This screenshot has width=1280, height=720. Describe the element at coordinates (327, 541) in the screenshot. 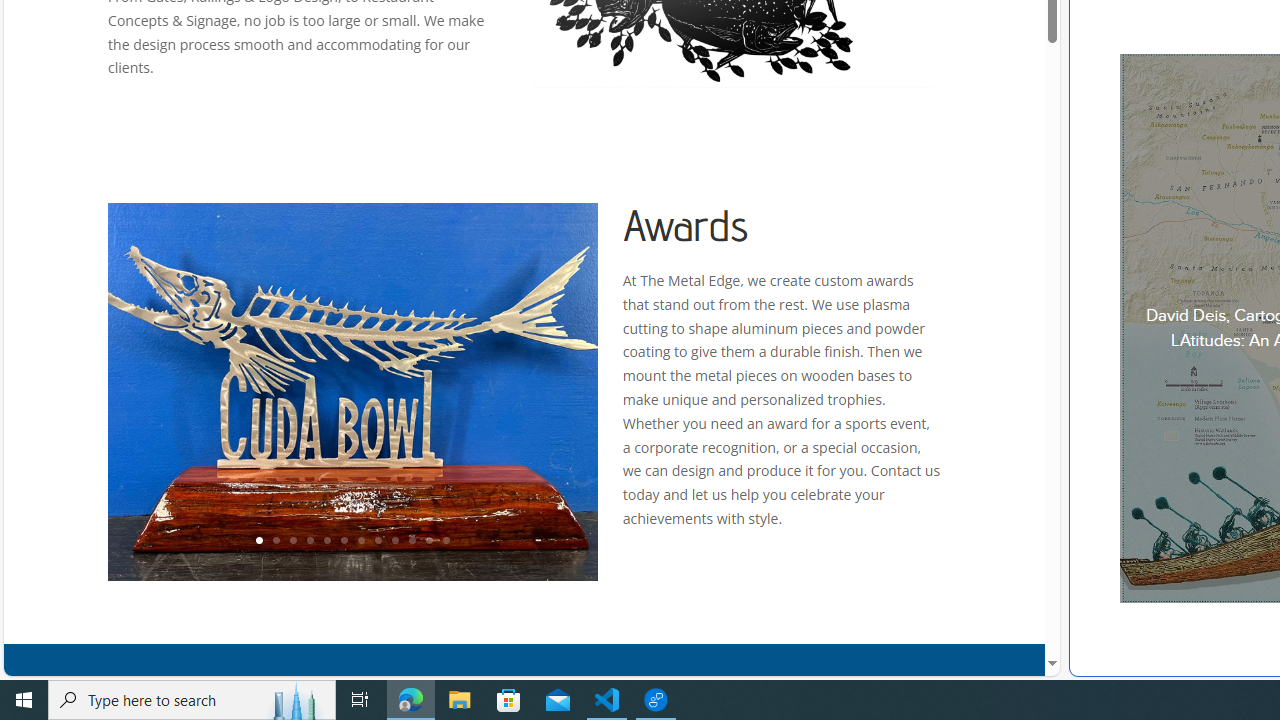

I see `'5'` at that location.